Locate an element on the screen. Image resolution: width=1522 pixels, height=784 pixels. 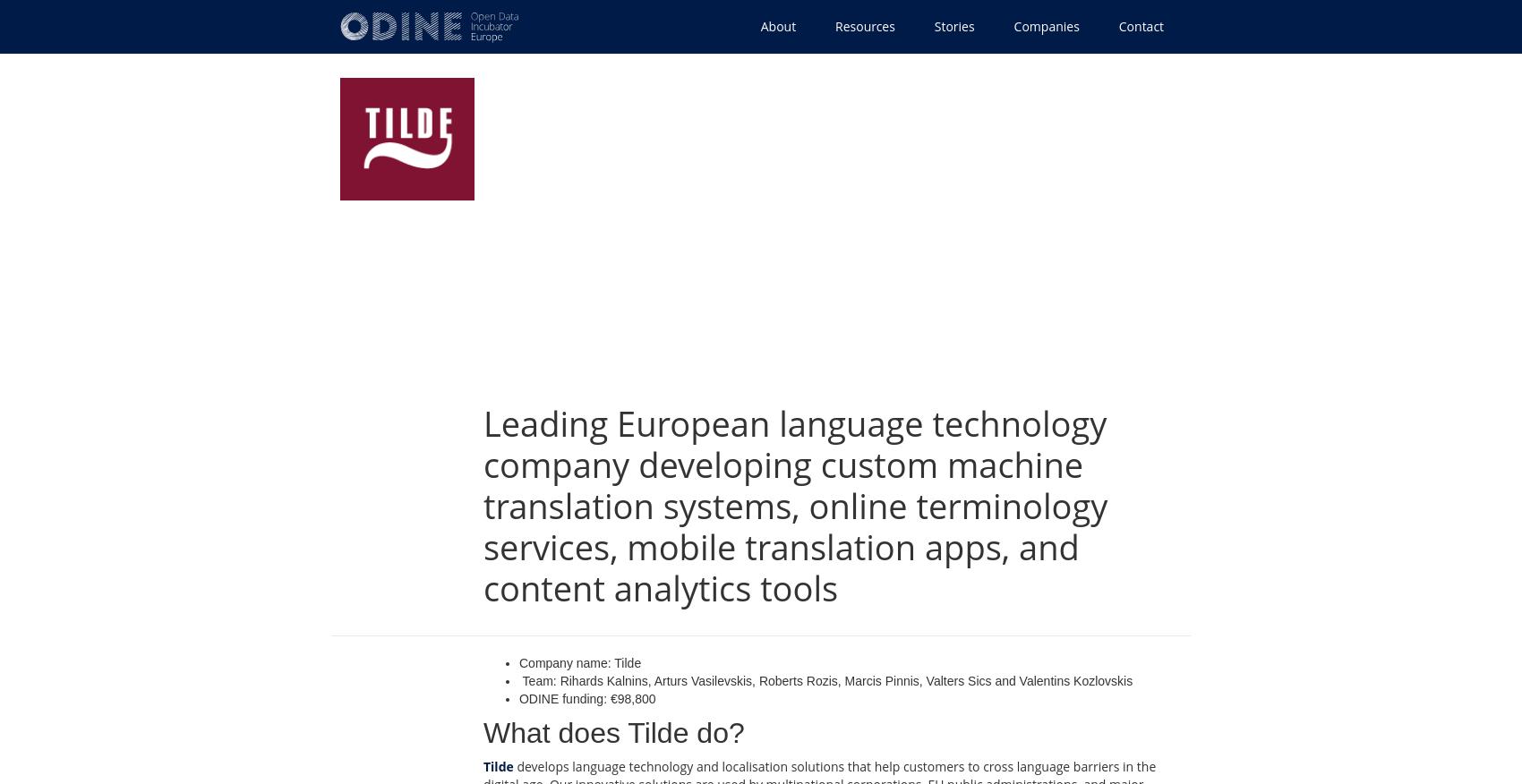
'ODINE funding: €98,800' is located at coordinates (586, 698).